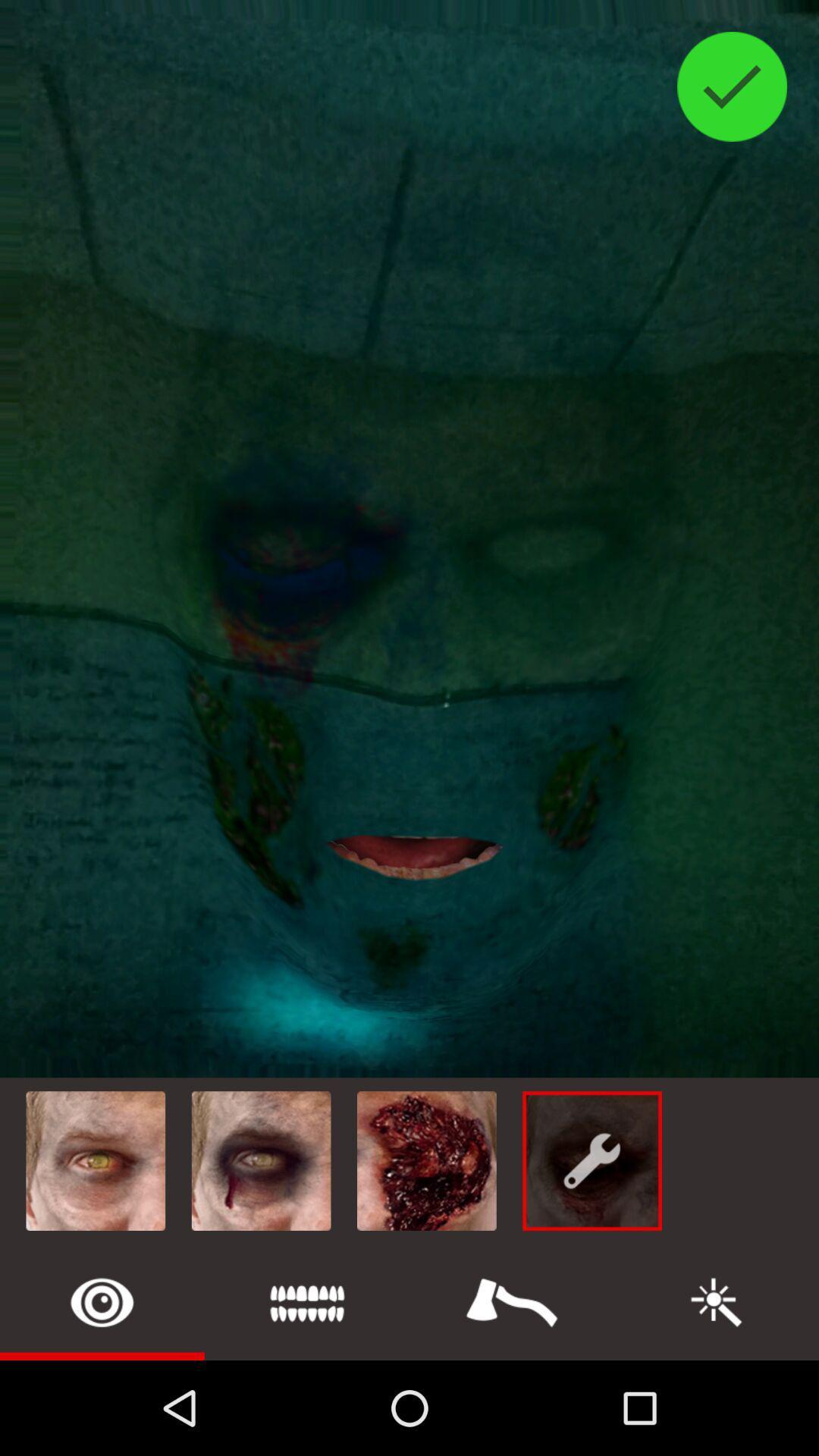  I want to click on modify teeth, so click(307, 1301).